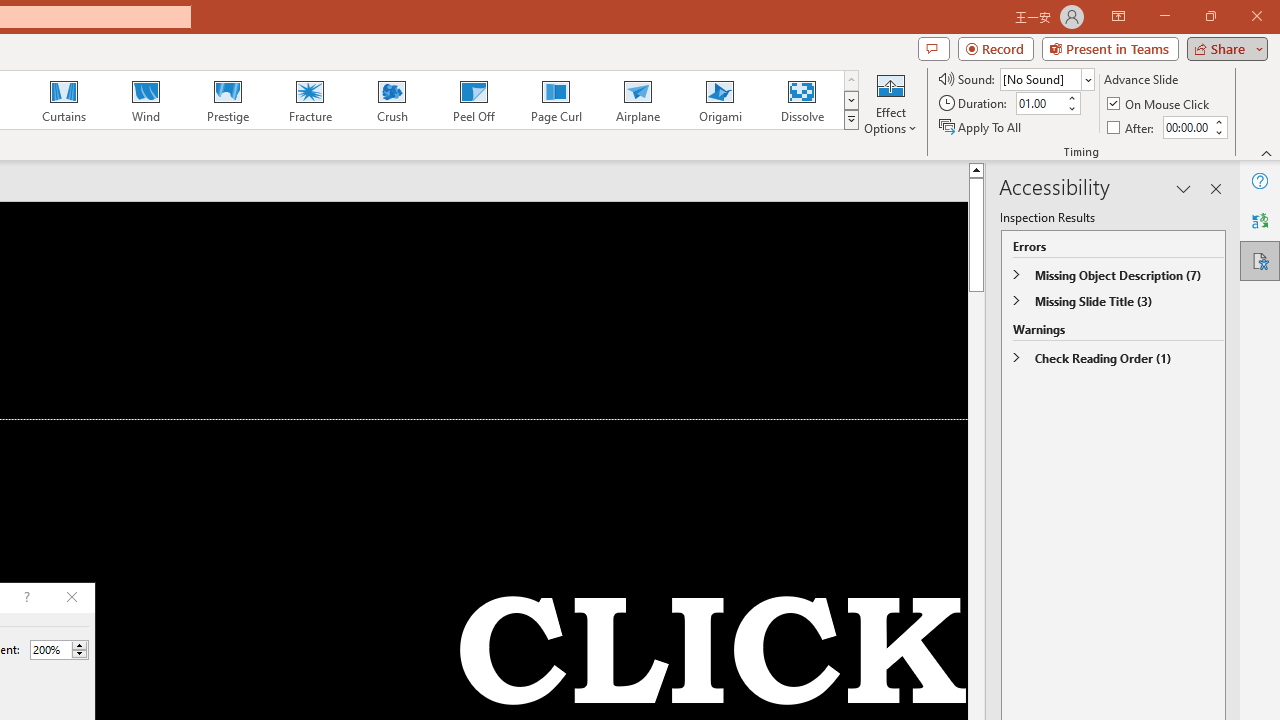  I want to click on 'Apply To All', so click(981, 127).